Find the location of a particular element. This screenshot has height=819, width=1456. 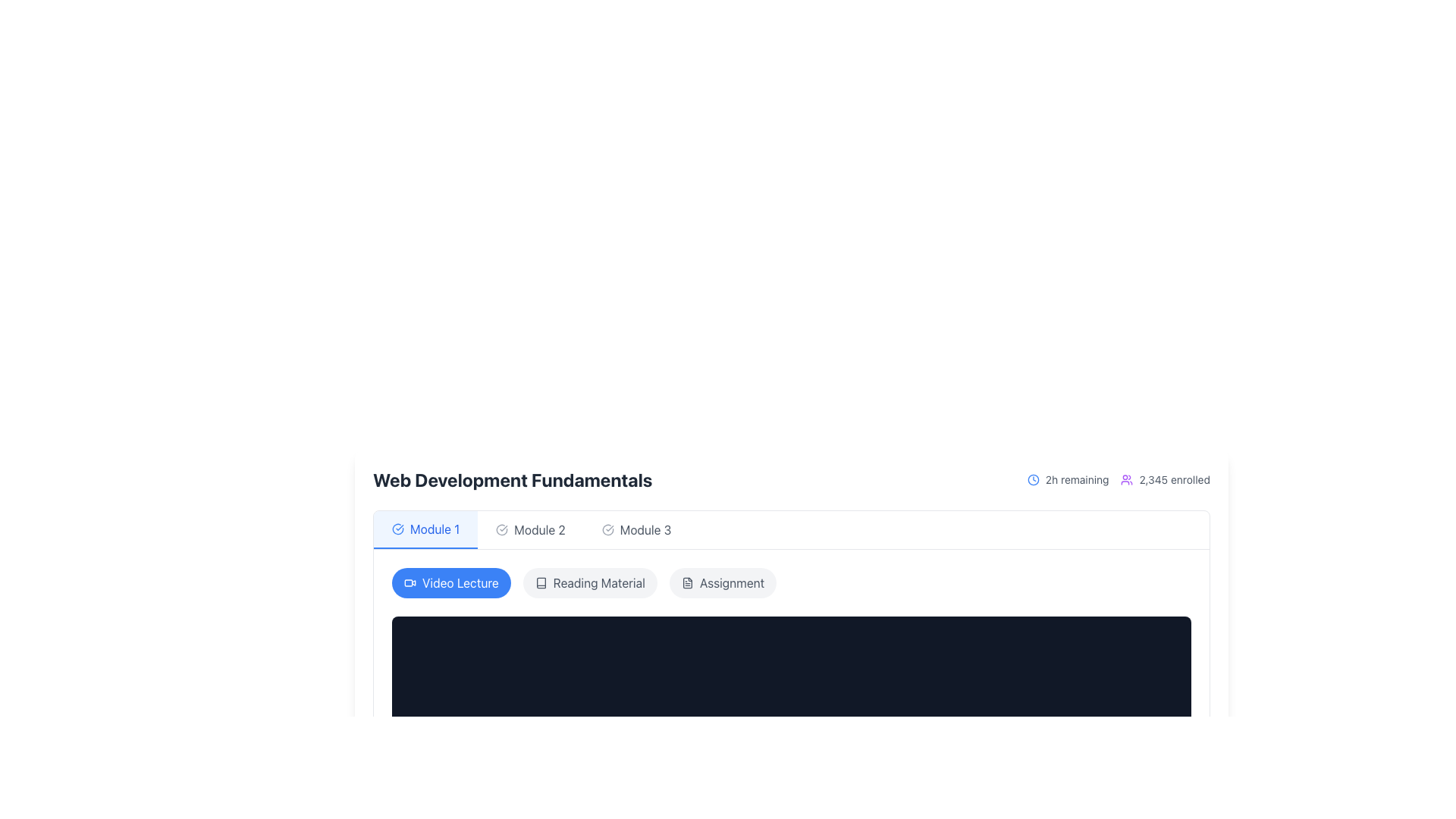

the circular icon with a checkmark inside, which is located within the 'Module 3' button, preceding its text label is located at coordinates (607, 529).